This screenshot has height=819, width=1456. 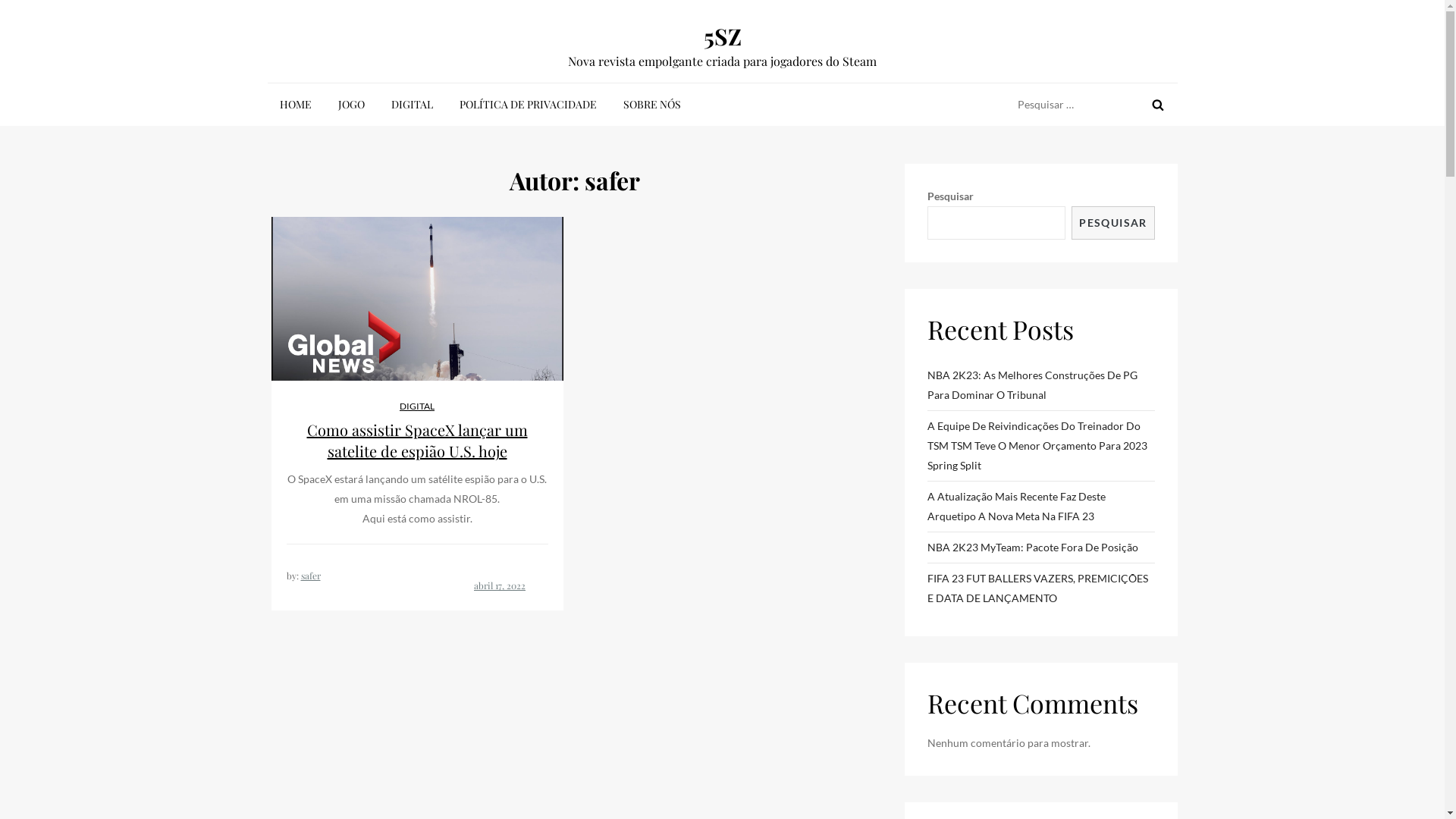 I want to click on '5SZ', so click(x=702, y=35).